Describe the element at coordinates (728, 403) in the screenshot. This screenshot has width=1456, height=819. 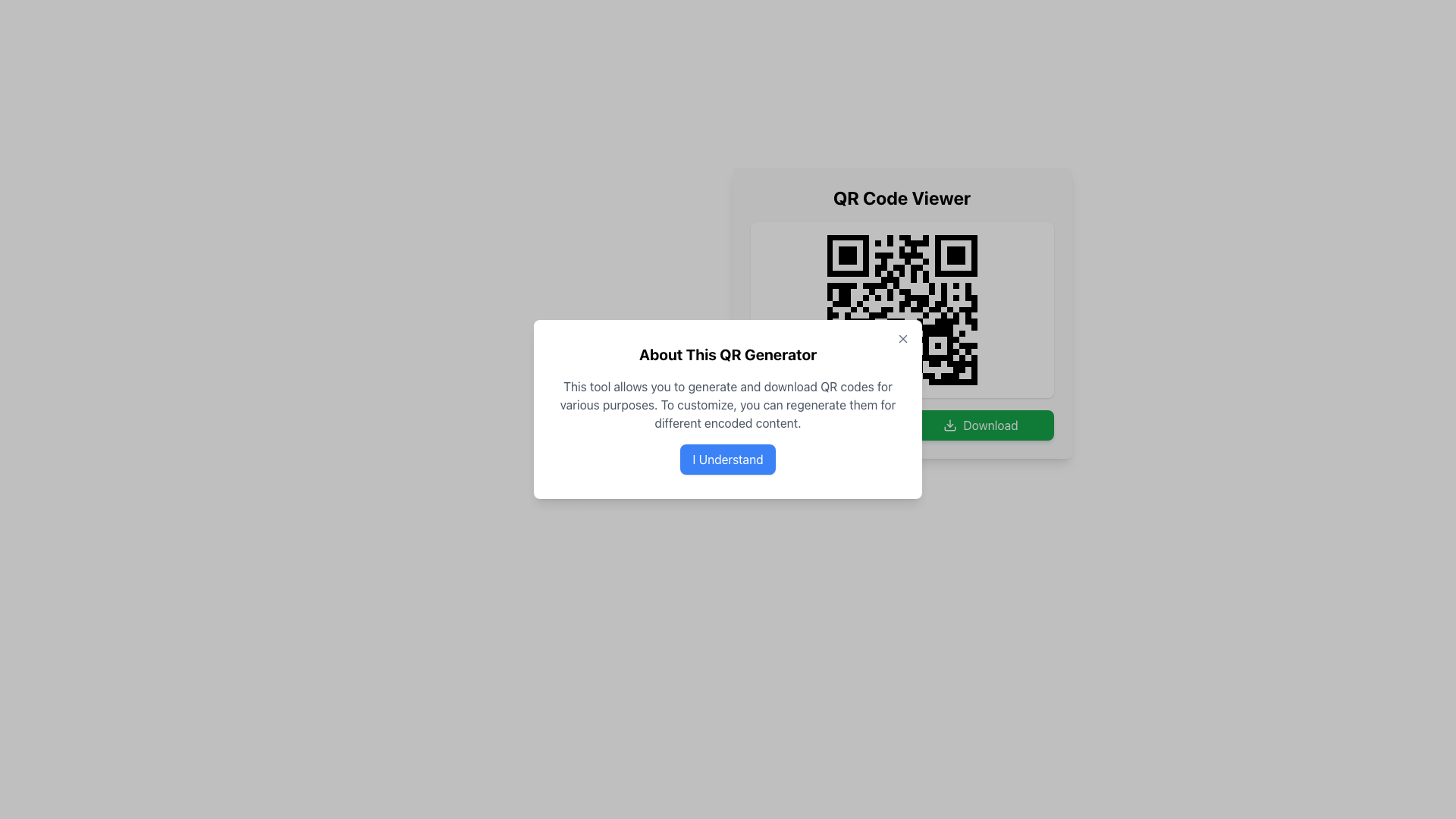
I see `the descriptive text content that explains the QR code generator, located in the middle section below the heading 'About This QR Generator' and above the button 'I Understand.'` at that location.